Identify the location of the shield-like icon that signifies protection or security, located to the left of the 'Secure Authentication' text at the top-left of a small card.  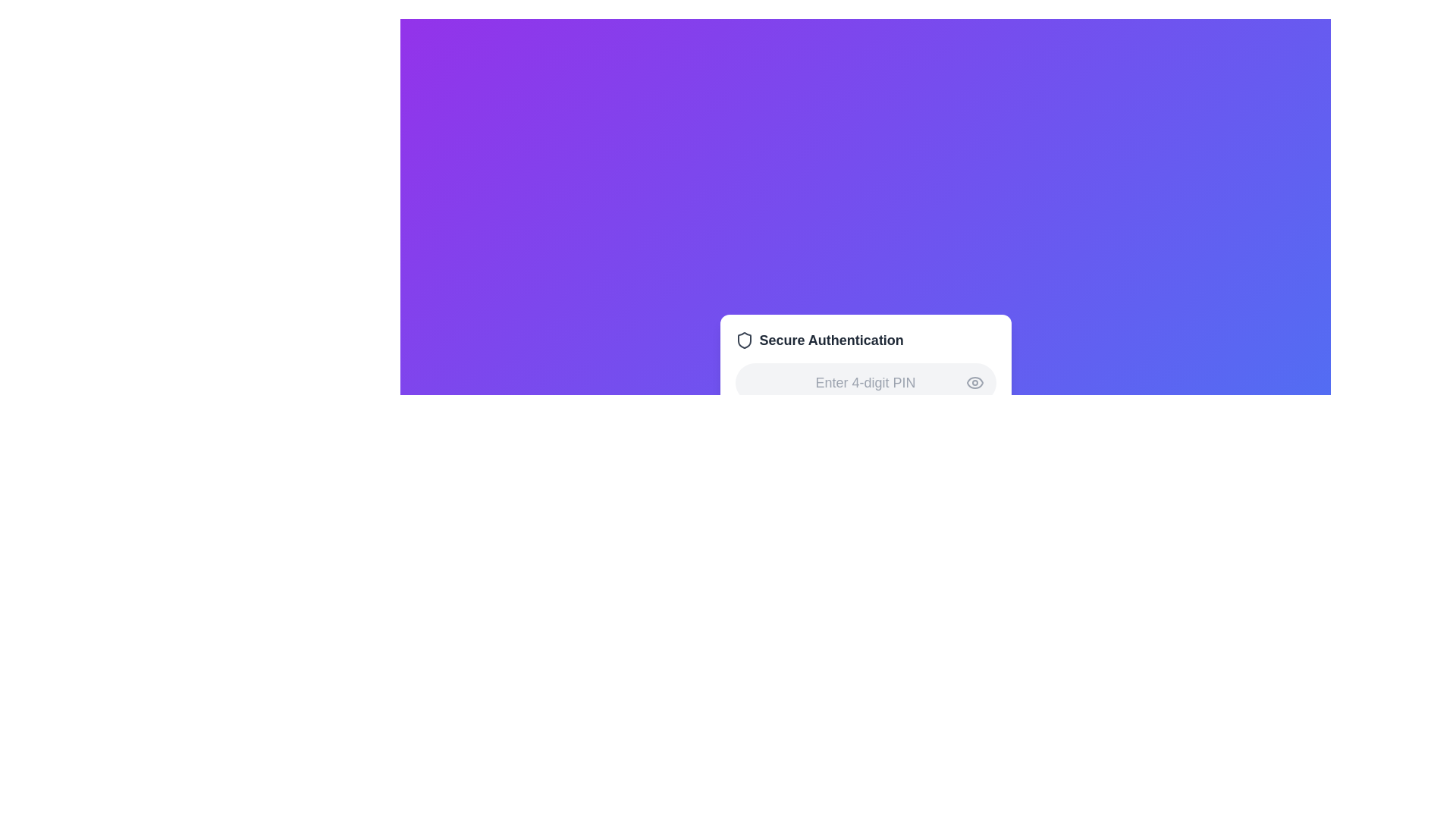
(744, 339).